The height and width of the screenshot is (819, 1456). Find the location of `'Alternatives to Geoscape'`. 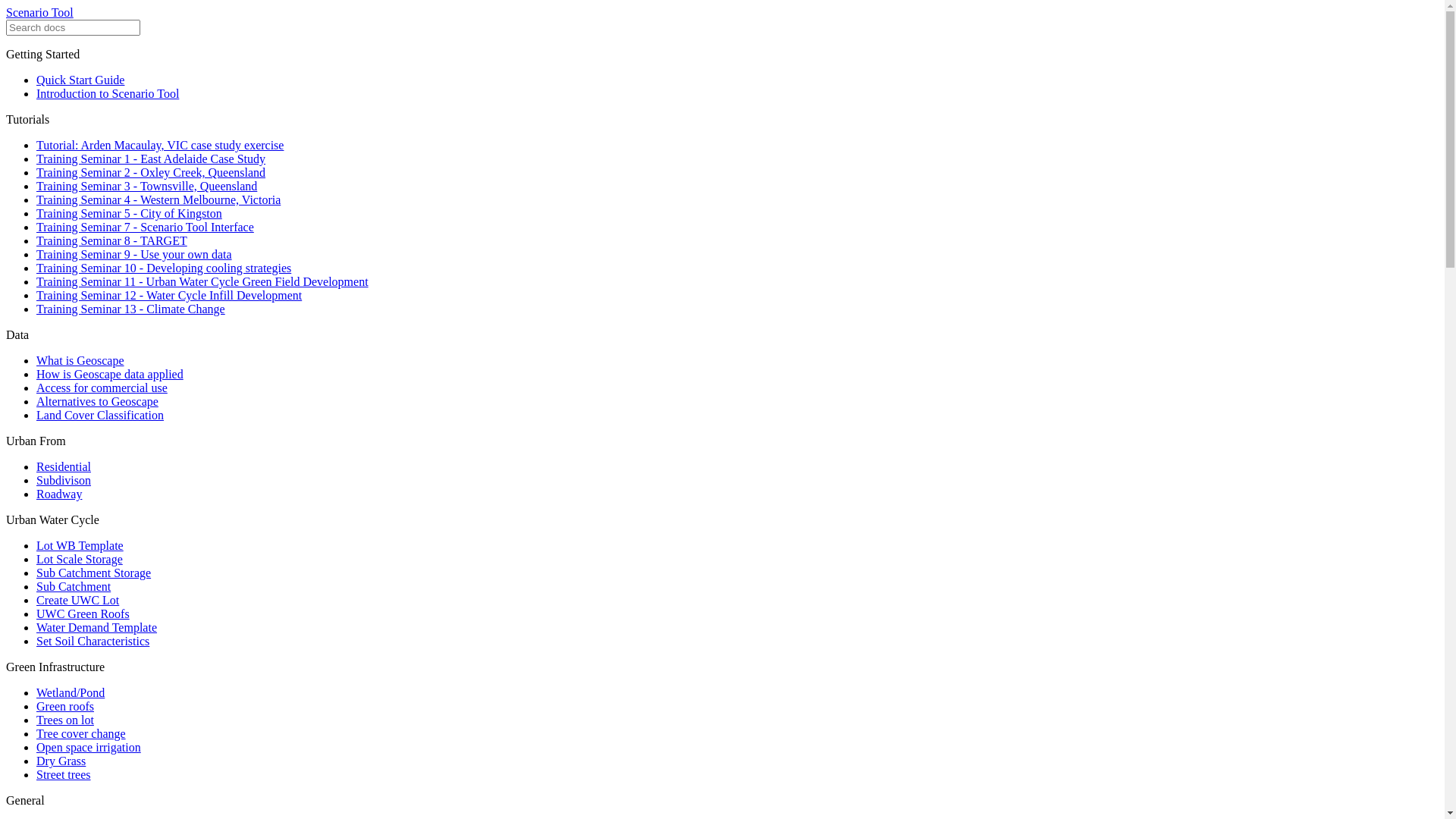

'Alternatives to Geoscape' is located at coordinates (96, 400).